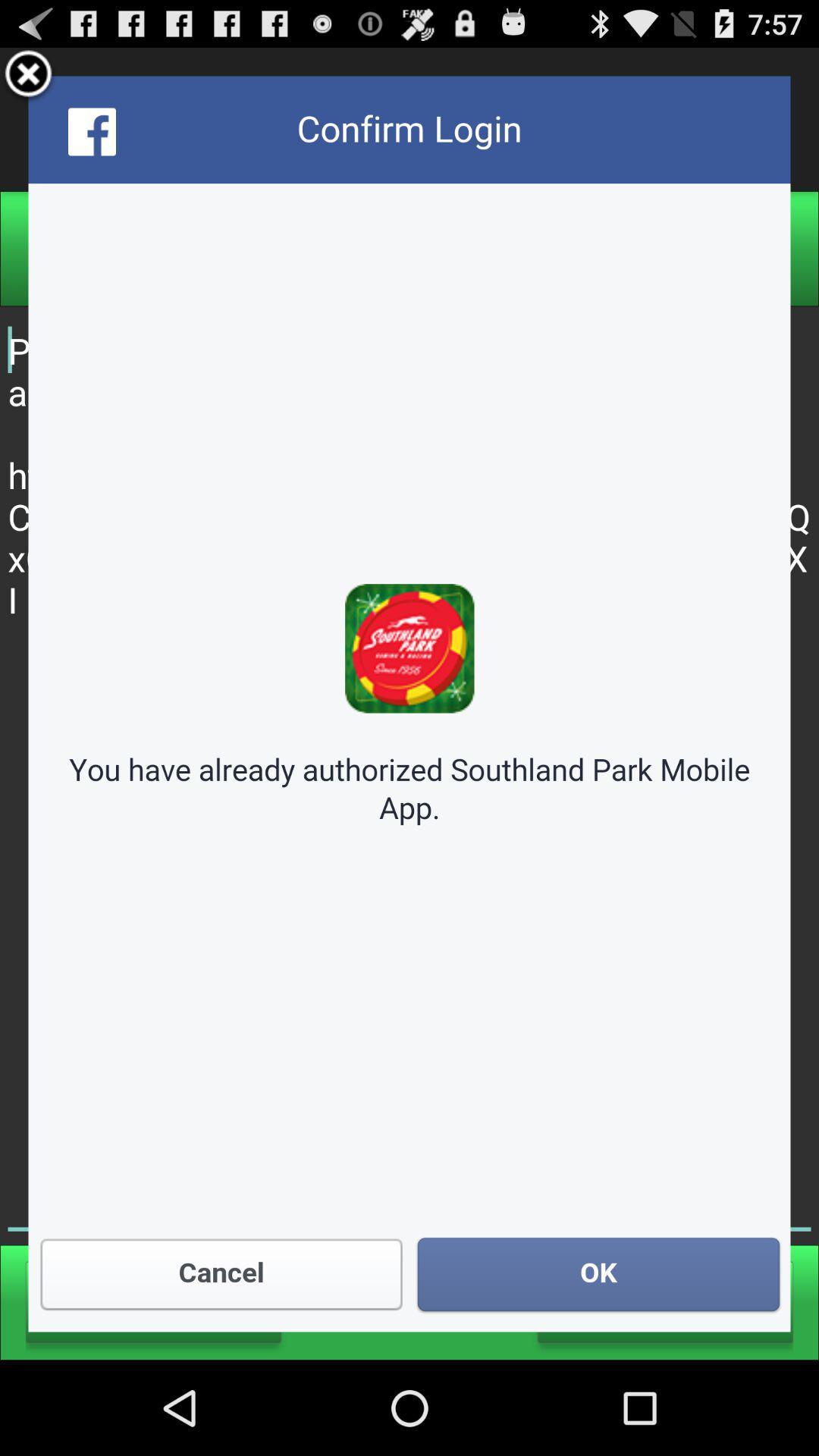 The height and width of the screenshot is (1456, 819). I want to click on popup, so click(28, 75).